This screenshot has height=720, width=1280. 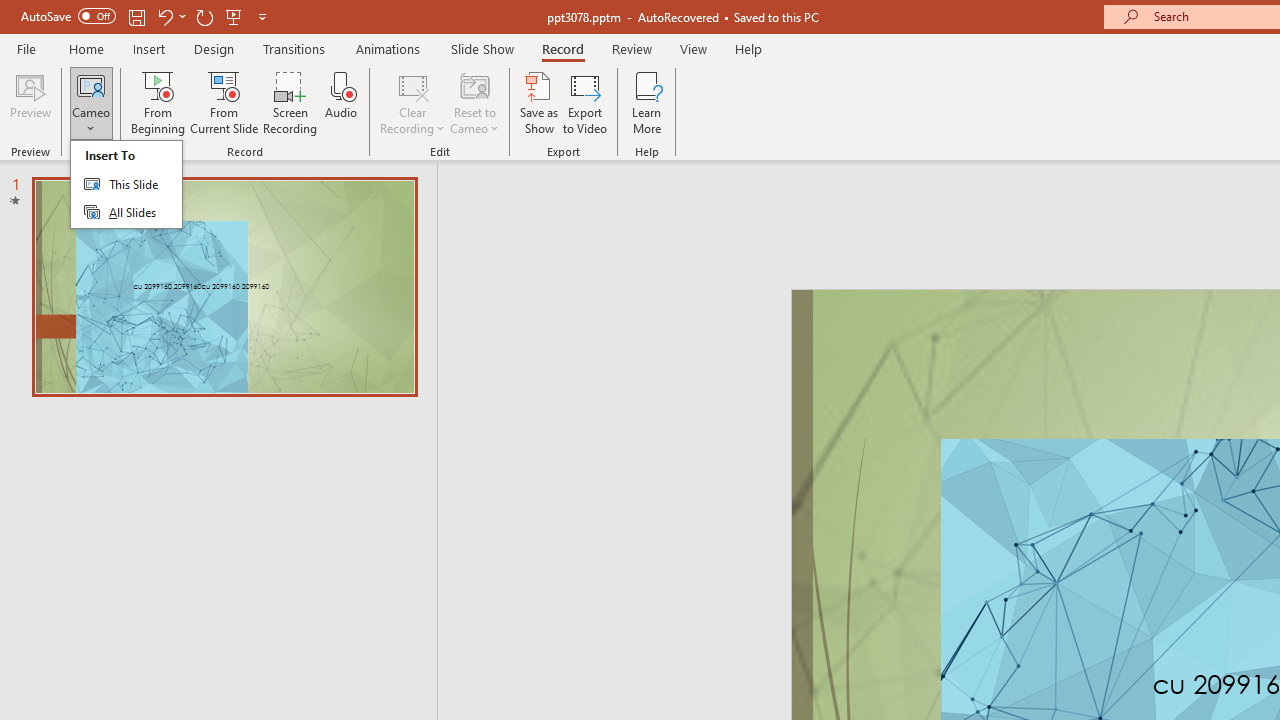 I want to click on 'File Tab', so click(x=26, y=47).